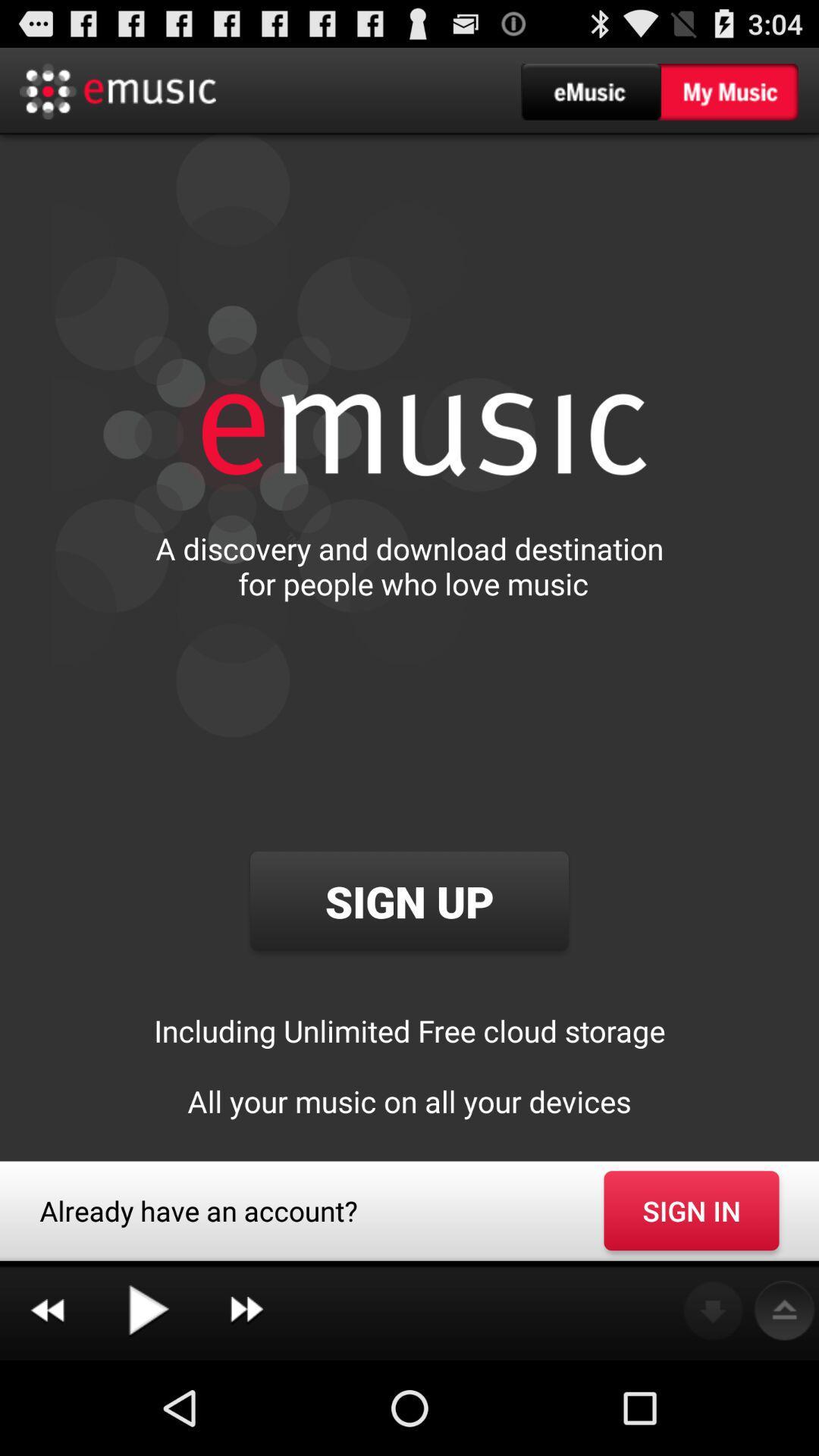  What do you see at coordinates (246, 1310) in the screenshot?
I see `the icon next to sign in button` at bounding box center [246, 1310].